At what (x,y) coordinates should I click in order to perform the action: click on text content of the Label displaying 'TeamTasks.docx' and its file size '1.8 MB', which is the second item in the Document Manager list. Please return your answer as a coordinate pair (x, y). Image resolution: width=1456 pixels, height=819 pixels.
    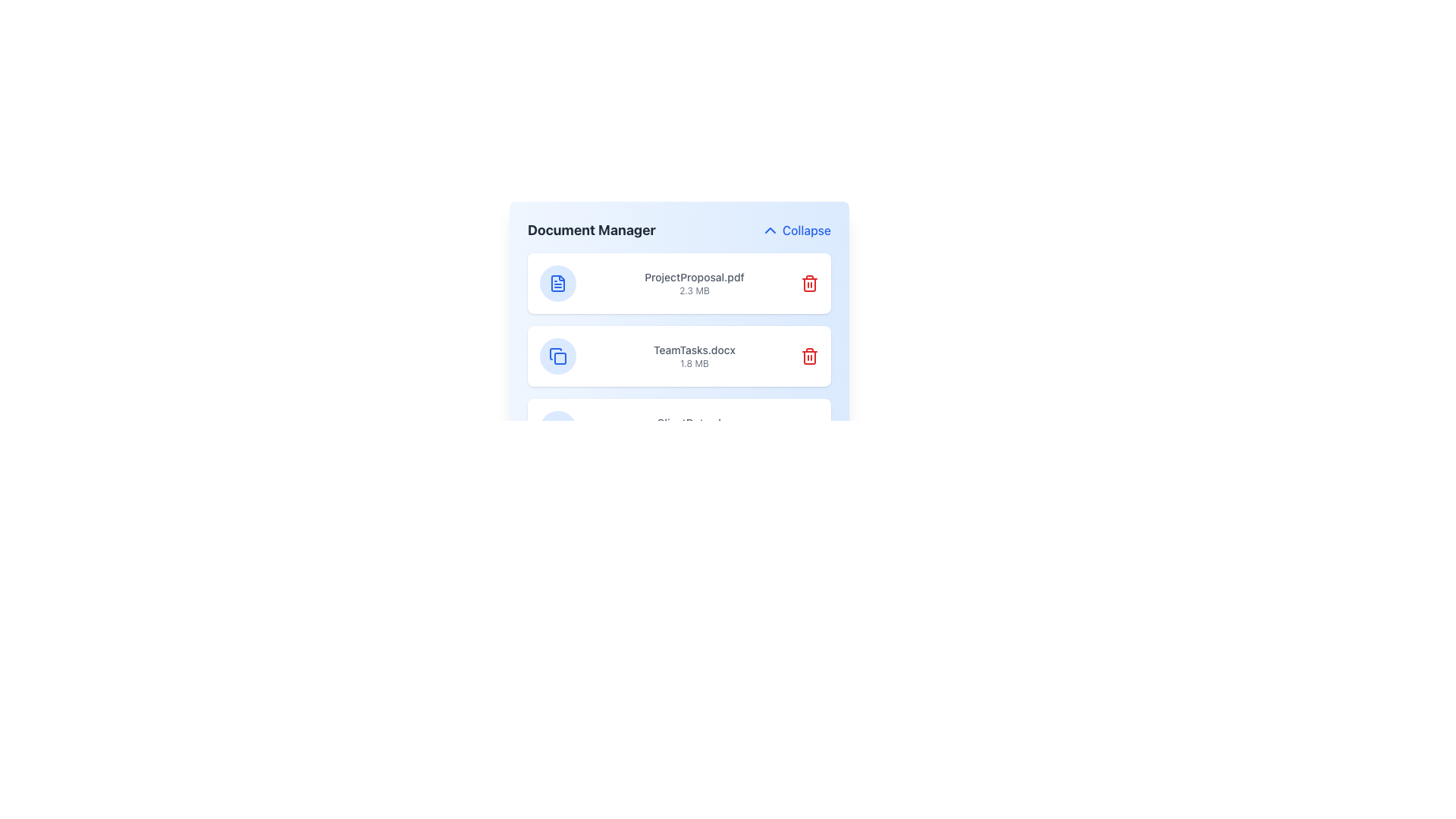
    Looking at the image, I should click on (694, 356).